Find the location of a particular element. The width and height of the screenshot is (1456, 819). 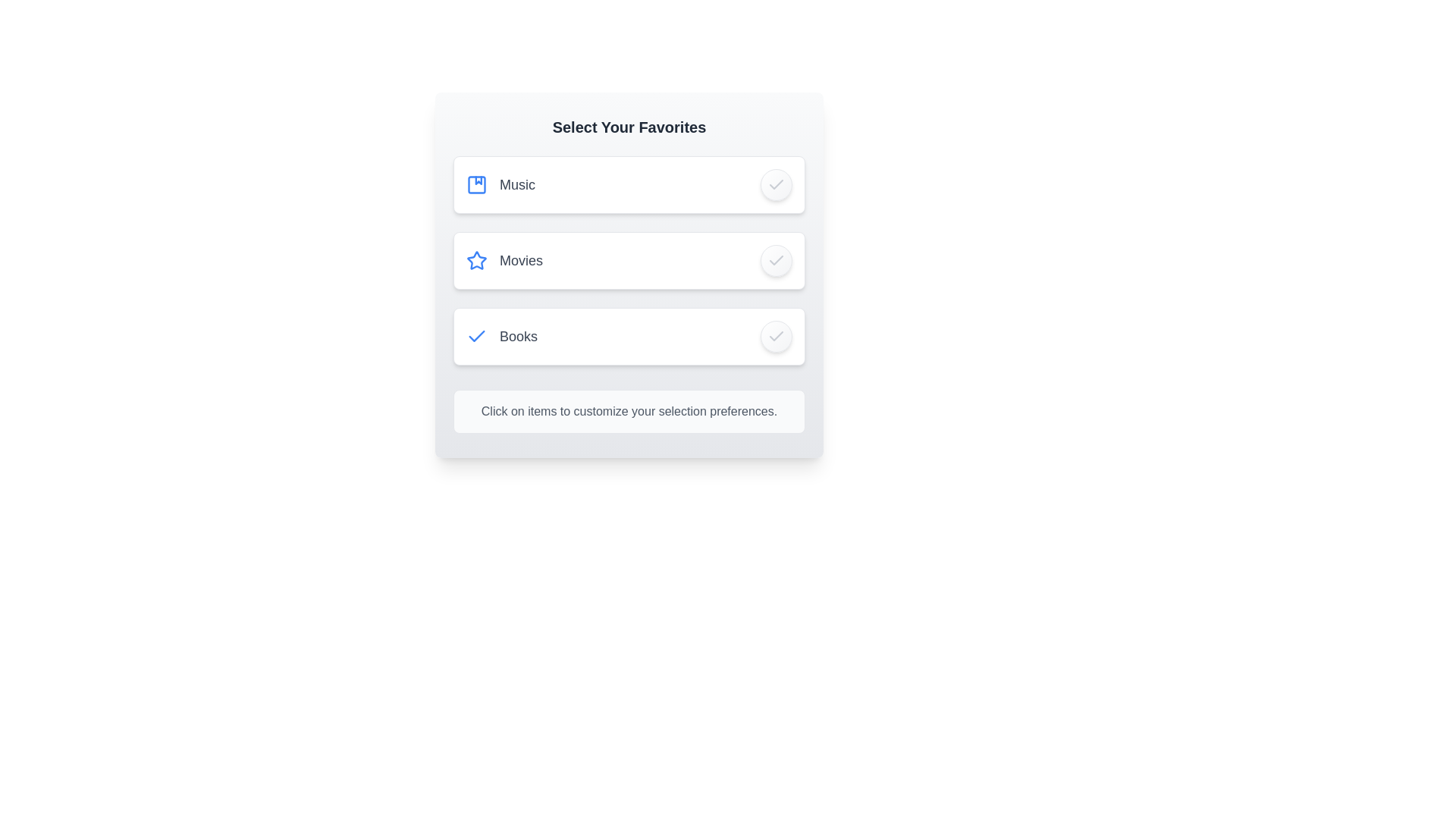

the static text label that describes the 'Music' category, located in the first row of a vertically stacked list, adjacent to an album icon and a checkmark icon is located at coordinates (517, 184).